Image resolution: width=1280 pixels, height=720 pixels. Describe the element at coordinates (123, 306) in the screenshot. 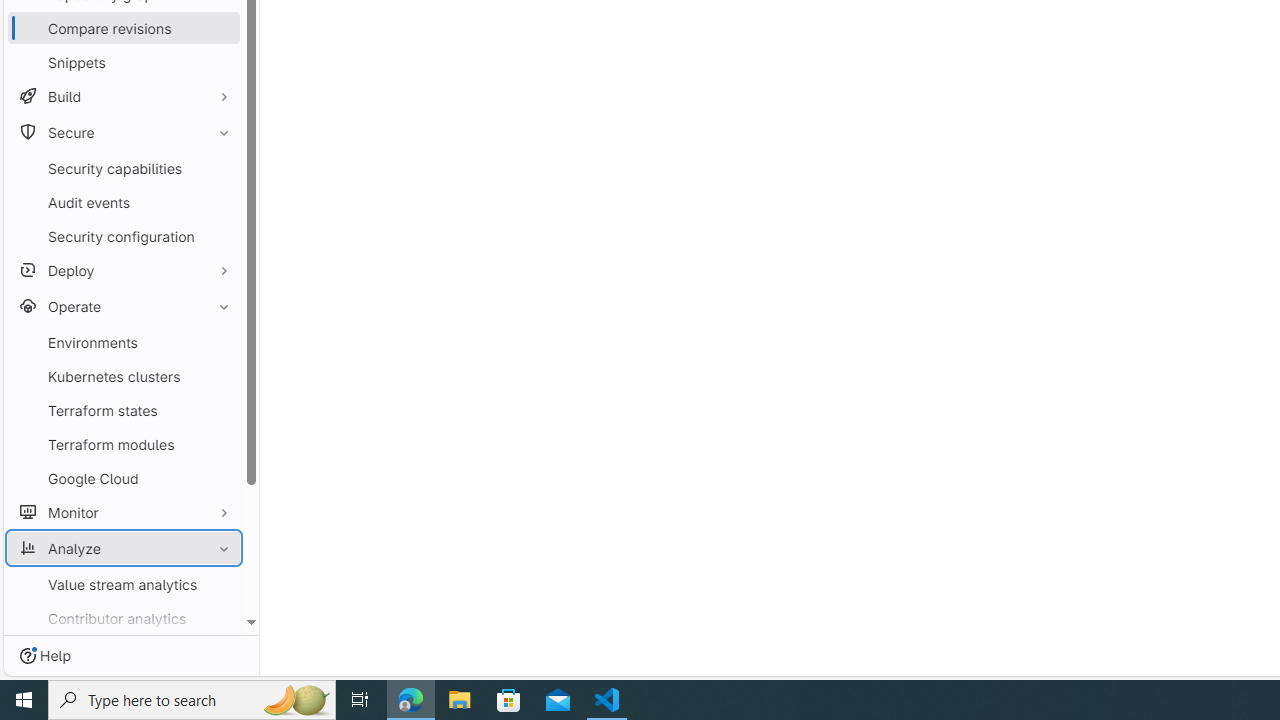

I see `'Operate'` at that location.